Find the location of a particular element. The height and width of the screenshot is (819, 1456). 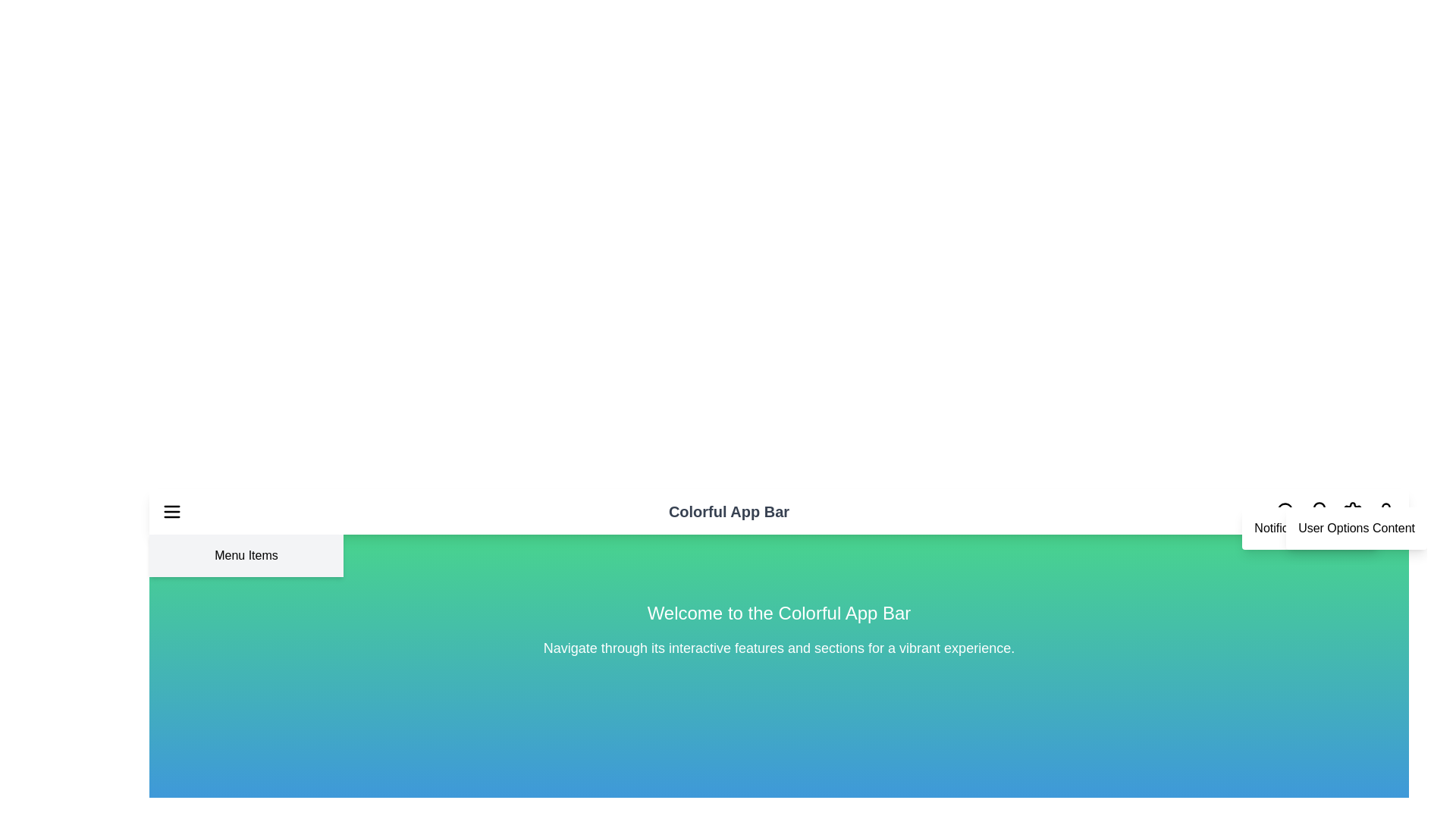

the bell icon to toggle the visibility of the notifications is located at coordinates (1318, 512).